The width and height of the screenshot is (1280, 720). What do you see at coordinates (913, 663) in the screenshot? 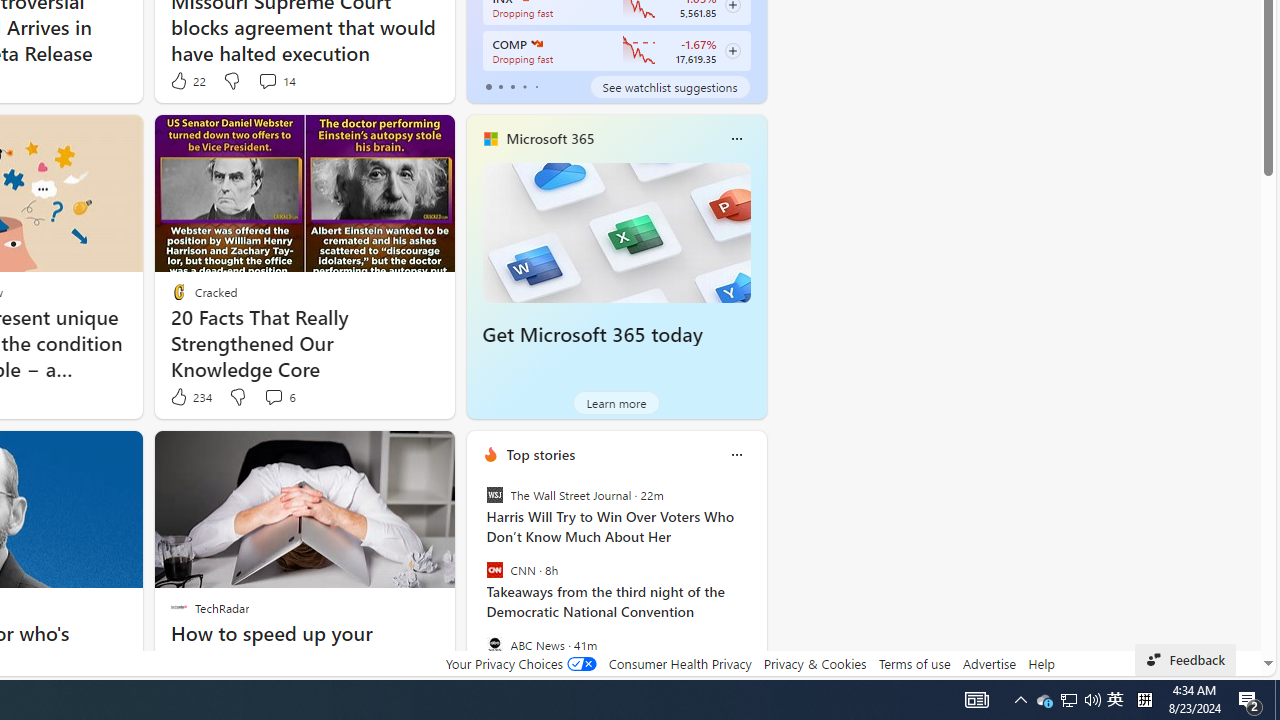
I see `'Terms of use'` at bounding box center [913, 663].